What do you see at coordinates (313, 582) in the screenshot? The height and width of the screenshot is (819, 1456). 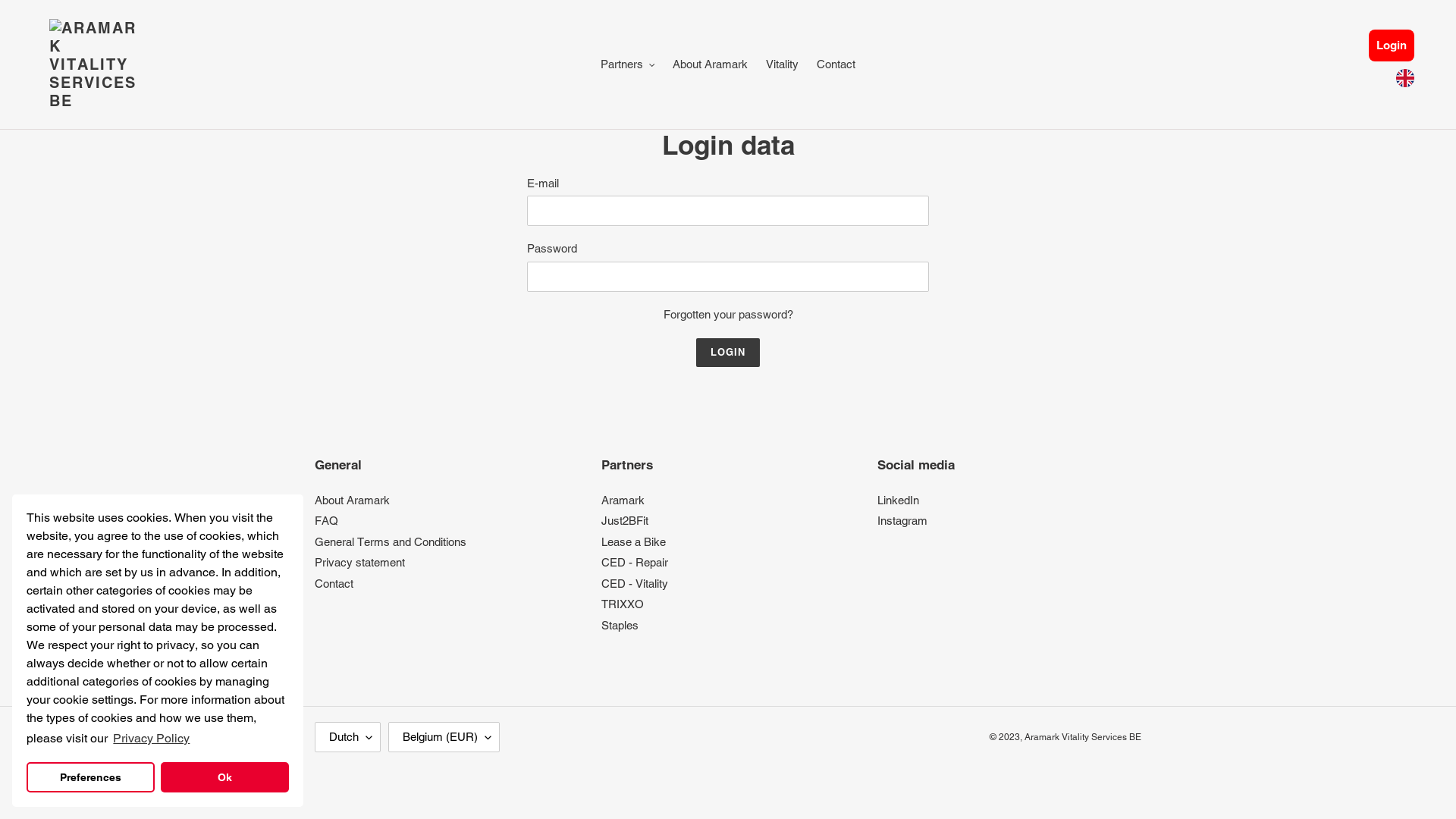 I see `'Contact'` at bounding box center [313, 582].